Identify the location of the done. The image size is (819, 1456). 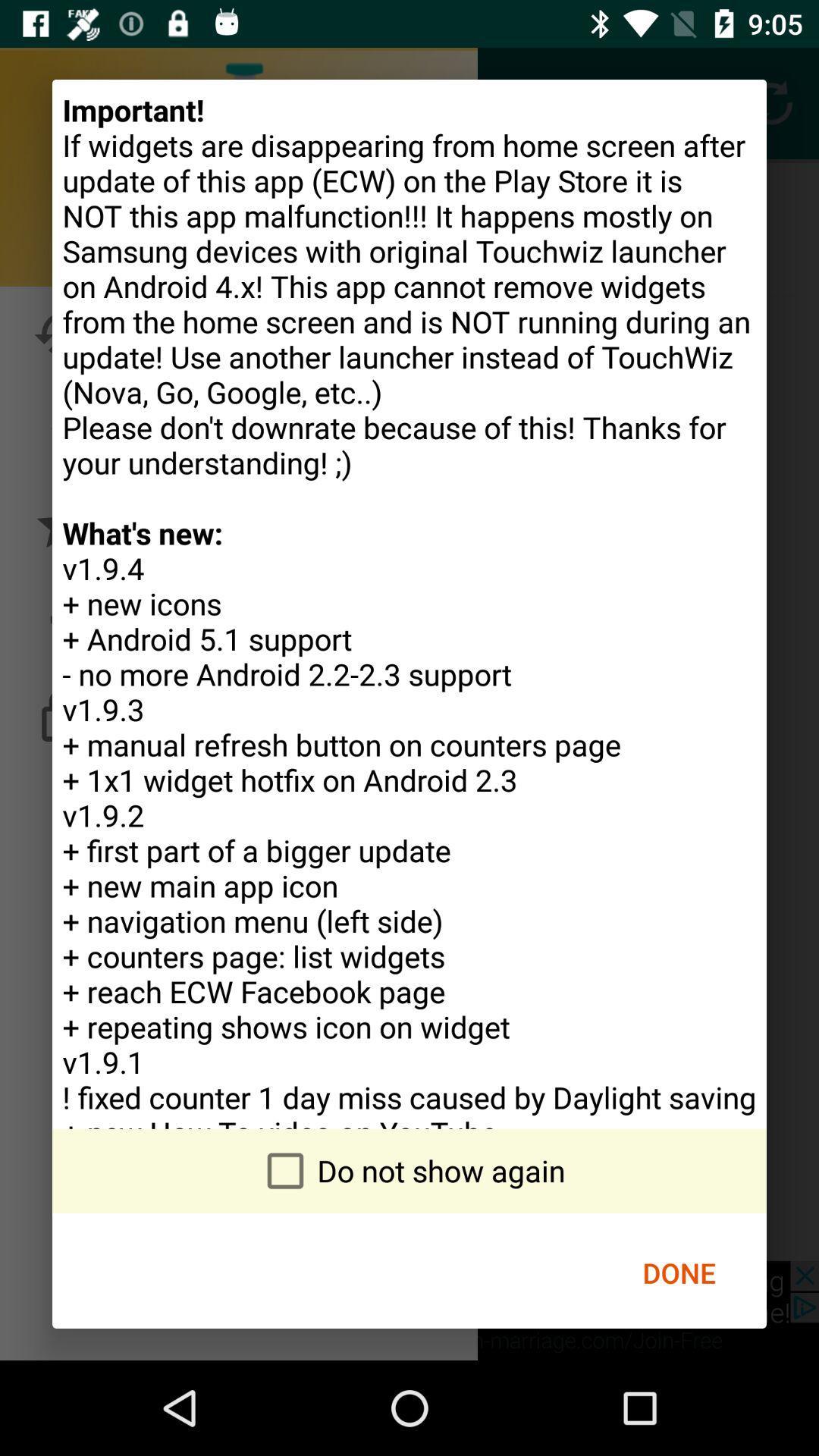
(678, 1272).